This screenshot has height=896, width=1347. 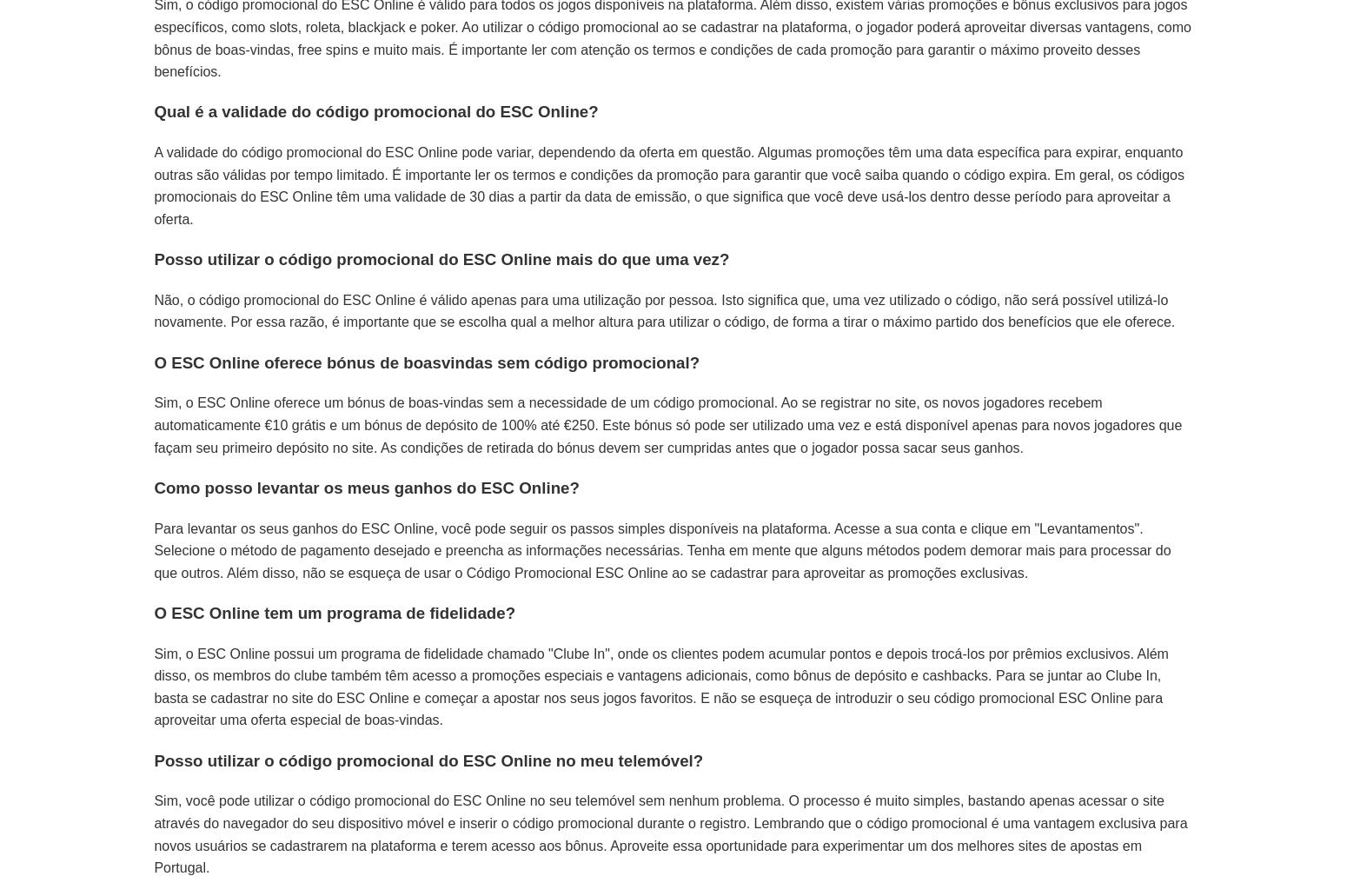 What do you see at coordinates (668, 185) in the screenshot?
I see `'A validade do código promocional do ESC Online pode variar, dependendo da oferta em questão. Algumas promoções têm uma data específica para expirar, enquanto outras são válidas por tempo limitado. É importante ler os termos e condições da promoção para garantir que você saiba quando o código expira. Em geral, os códigos promocionais do ESC Online têm uma validade de 30 dias a partir da data de emissão, o que significa que você deve usá-los dentro desse período para aproveitar a oferta.'` at bounding box center [668, 185].